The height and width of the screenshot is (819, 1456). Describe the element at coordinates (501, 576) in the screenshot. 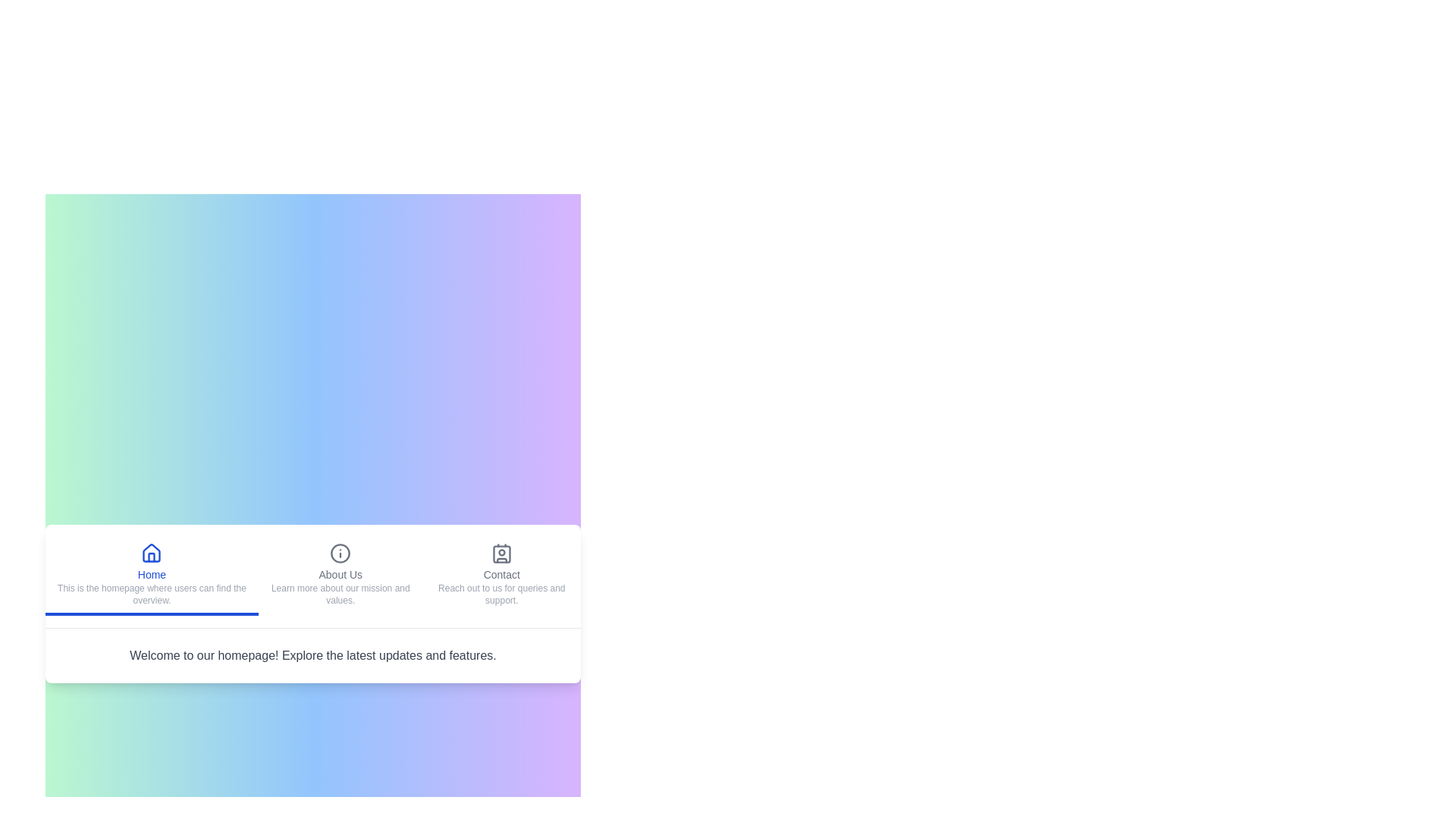

I see `the Contact tab to view the hover effect` at that location.